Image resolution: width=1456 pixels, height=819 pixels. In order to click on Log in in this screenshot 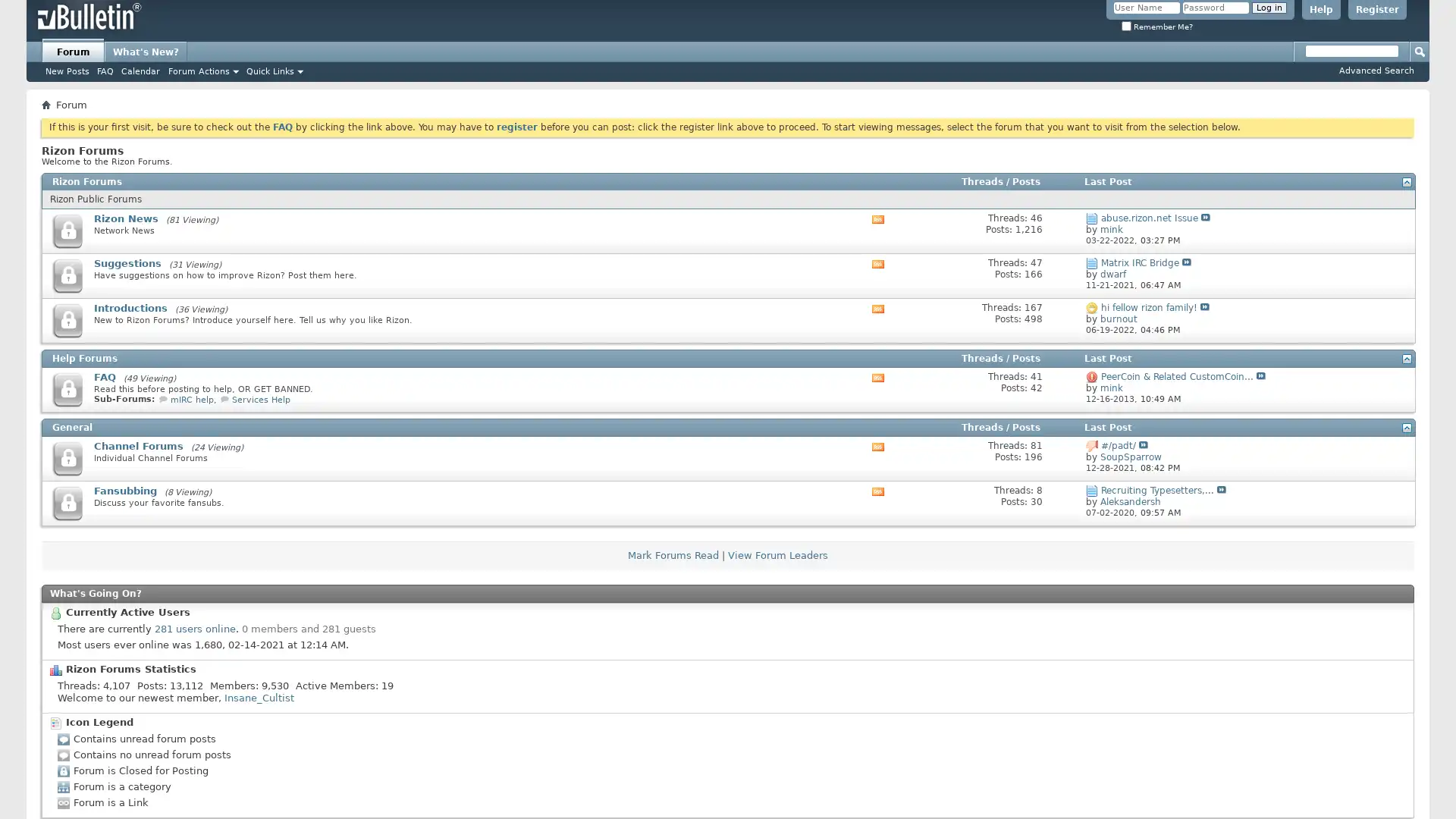, I will do `click(1269, 8)`.